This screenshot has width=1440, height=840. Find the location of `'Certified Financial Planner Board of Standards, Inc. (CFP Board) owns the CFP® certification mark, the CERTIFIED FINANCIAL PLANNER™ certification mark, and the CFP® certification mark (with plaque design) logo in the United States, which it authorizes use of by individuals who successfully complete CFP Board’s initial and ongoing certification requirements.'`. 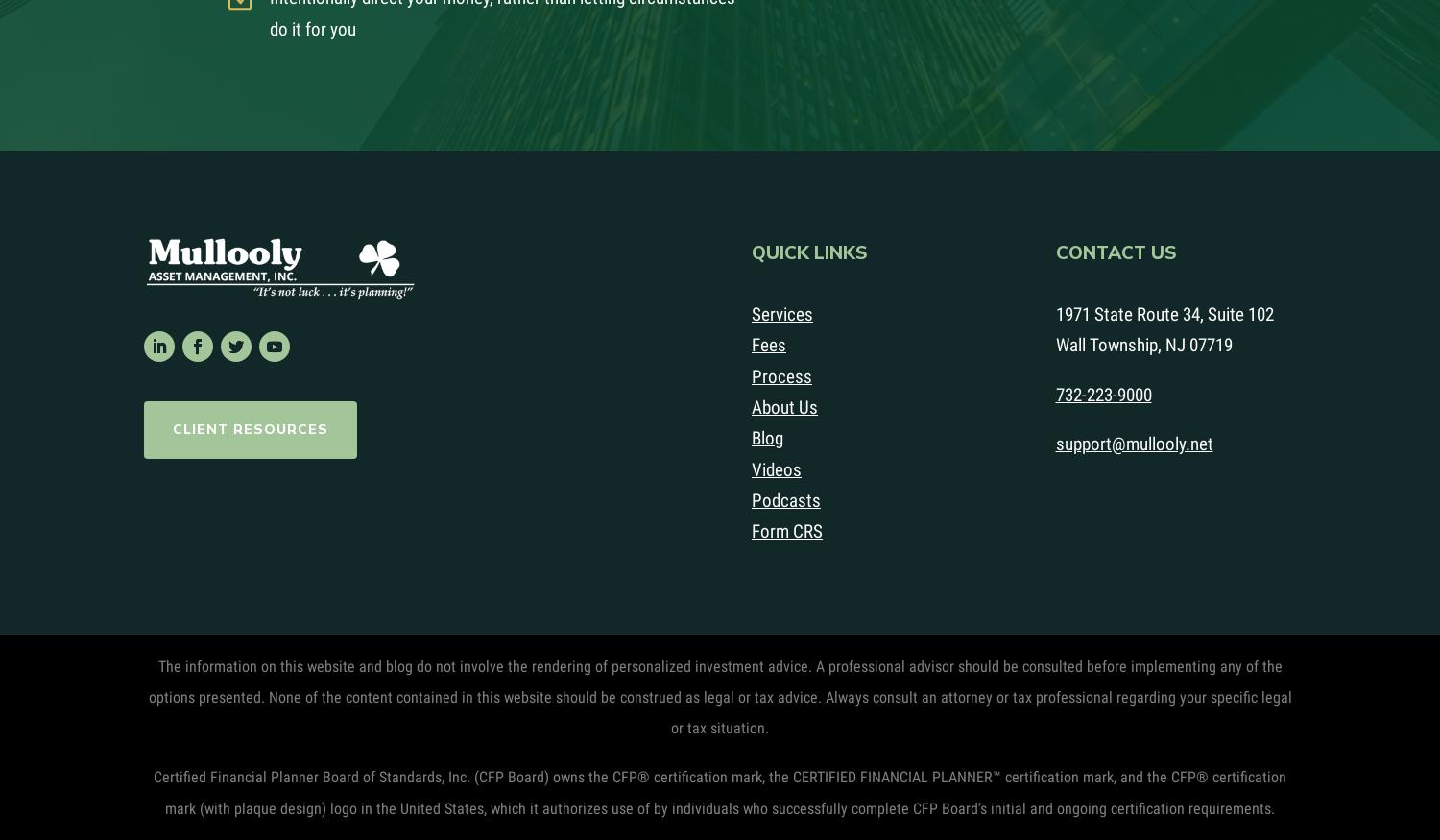

'Certified Financial Planner Board of Standards, Inc. (CFP Board) owns the CFP® certification mark, the CERTIFIED FINANCIAL PLANNER™ certification mark, and the CFP® certification mark (with plaque design) logo in the United States, which it authorizes use of by individuals who successfully complete CFP Board’s initial and ongoing certification requirements.' is located at coordinates (720, 792).